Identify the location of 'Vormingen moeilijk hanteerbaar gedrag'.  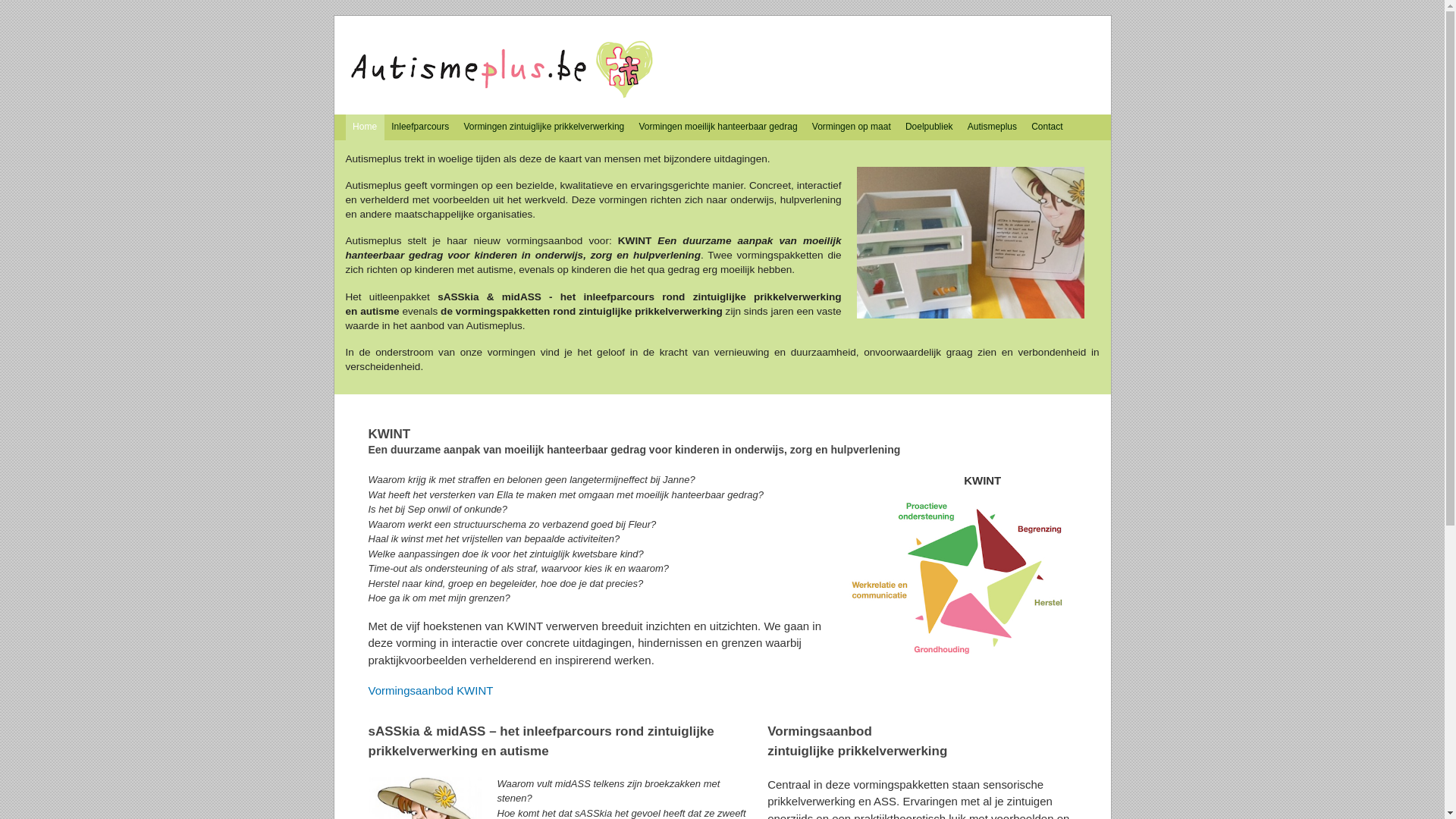
(717, 127).